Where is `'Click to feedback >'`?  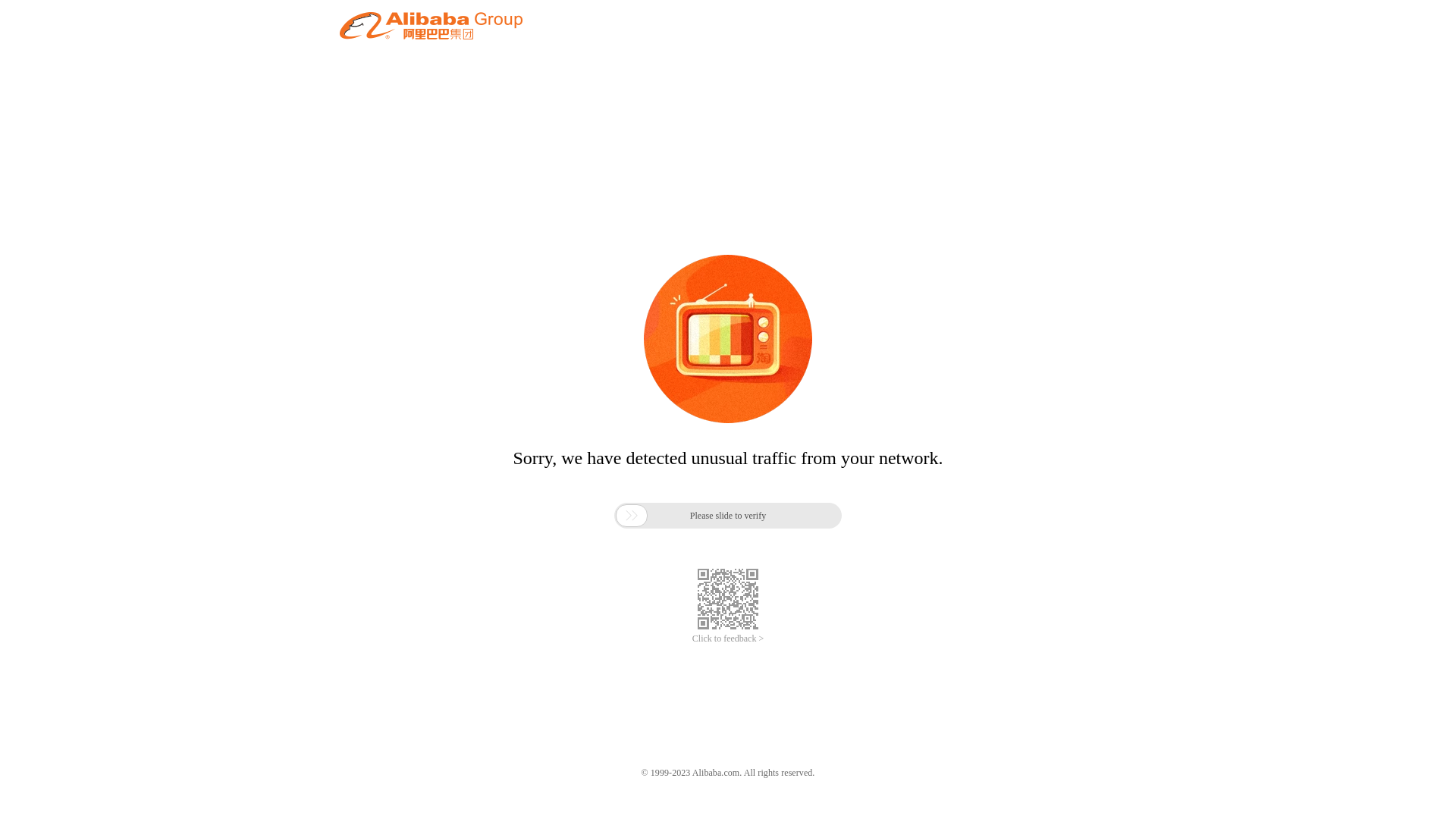 'Click to feedback >' is located at coordinates (728, 639).